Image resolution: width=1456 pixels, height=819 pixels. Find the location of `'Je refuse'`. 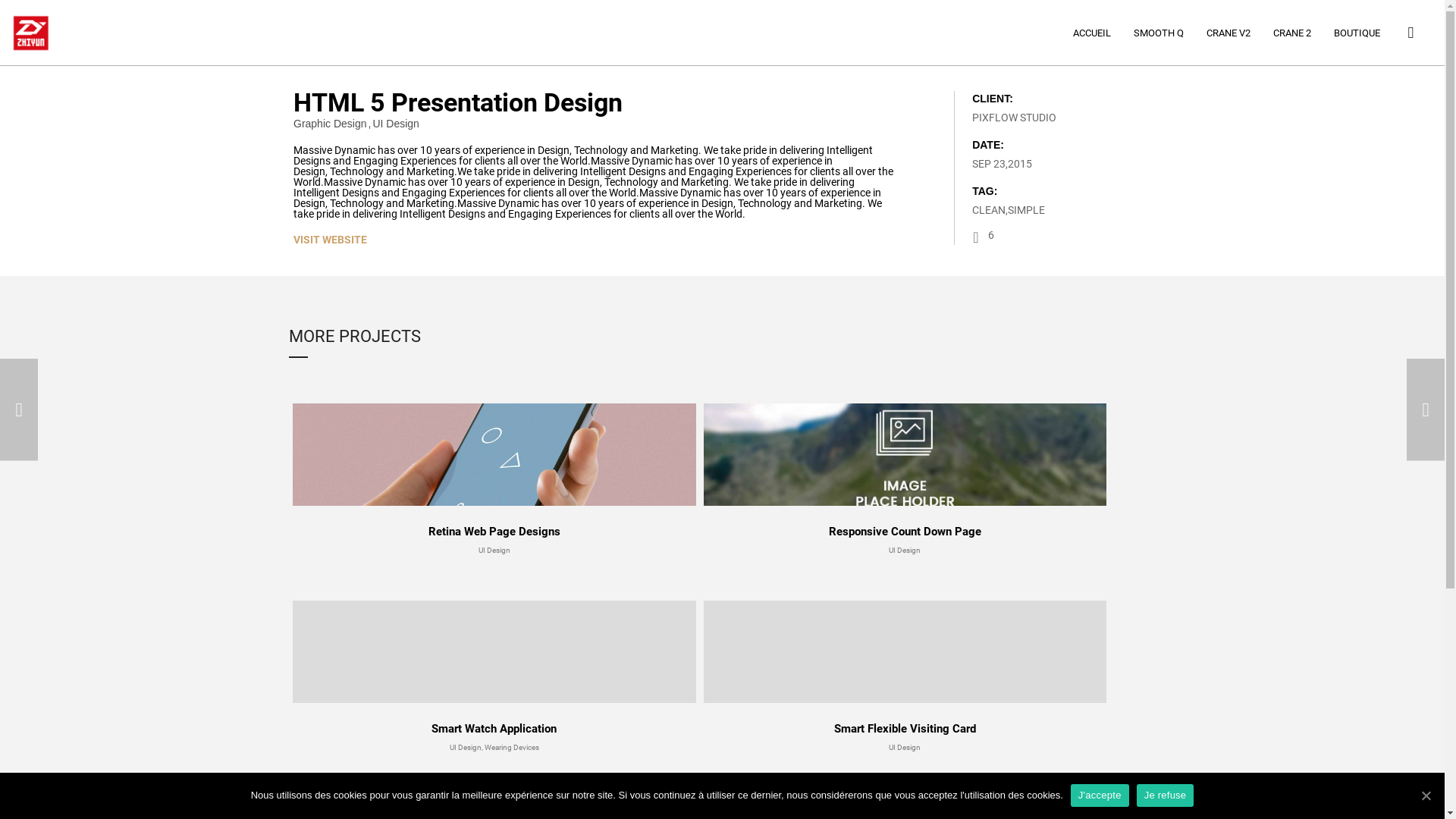

'Je refuse' is located at coordinates (1164, 795).